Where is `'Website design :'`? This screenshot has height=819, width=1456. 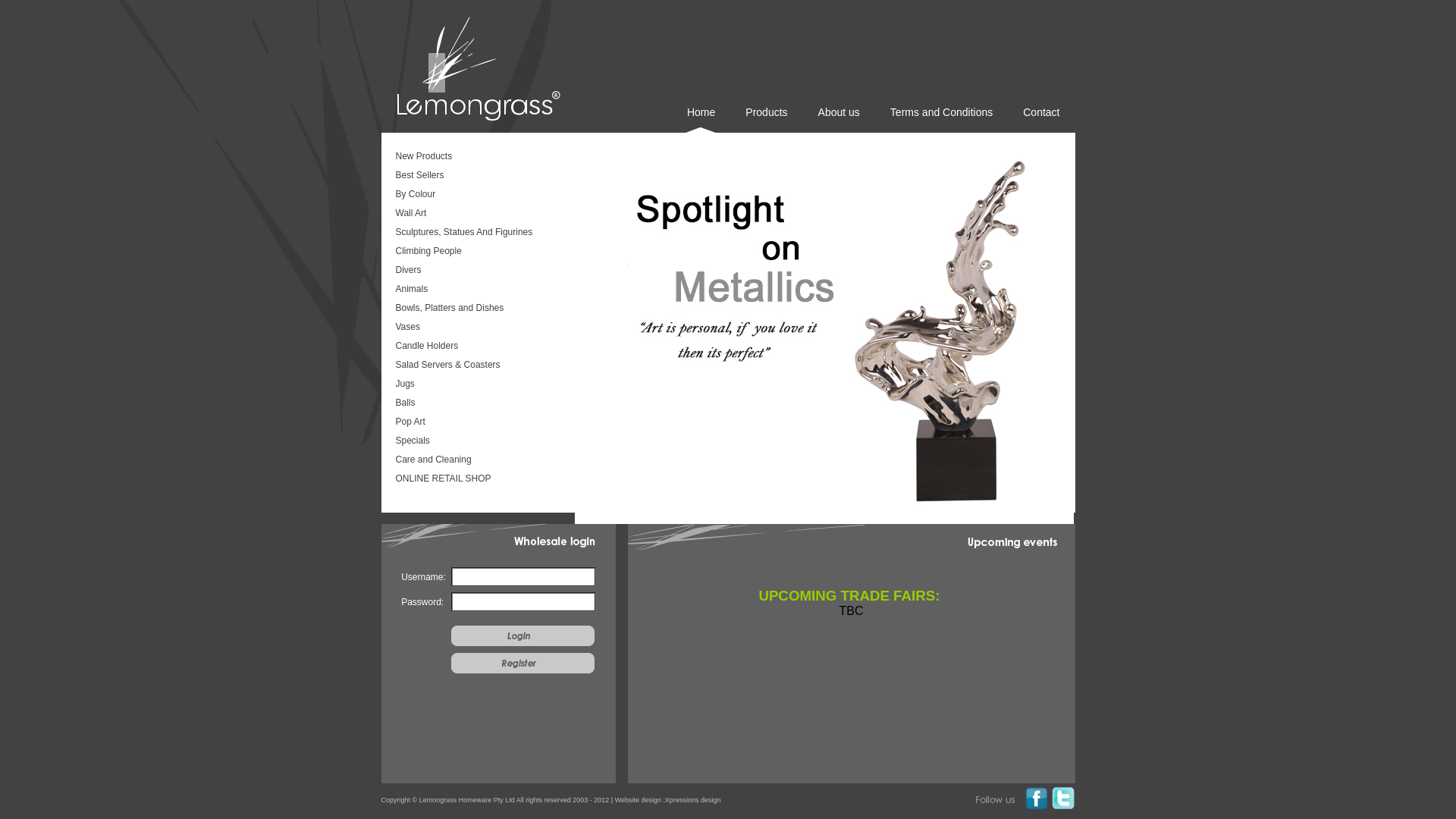 'Website design :' is located at coordinates (640, 799).